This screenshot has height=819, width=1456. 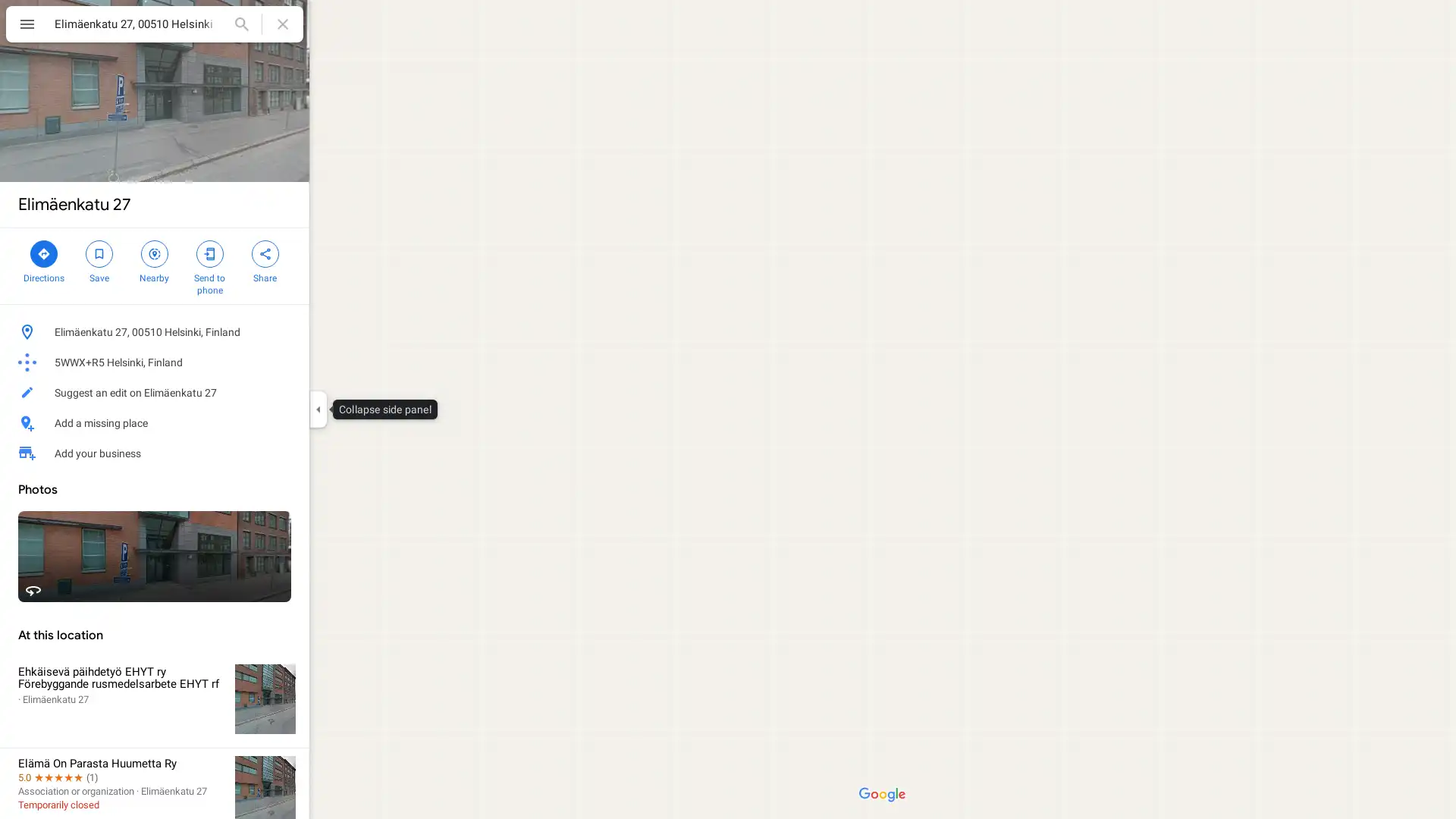 What do you see at coordinates (281, 331) in the screenshot?
I see `Copy address` at bounding box center [281, 331].